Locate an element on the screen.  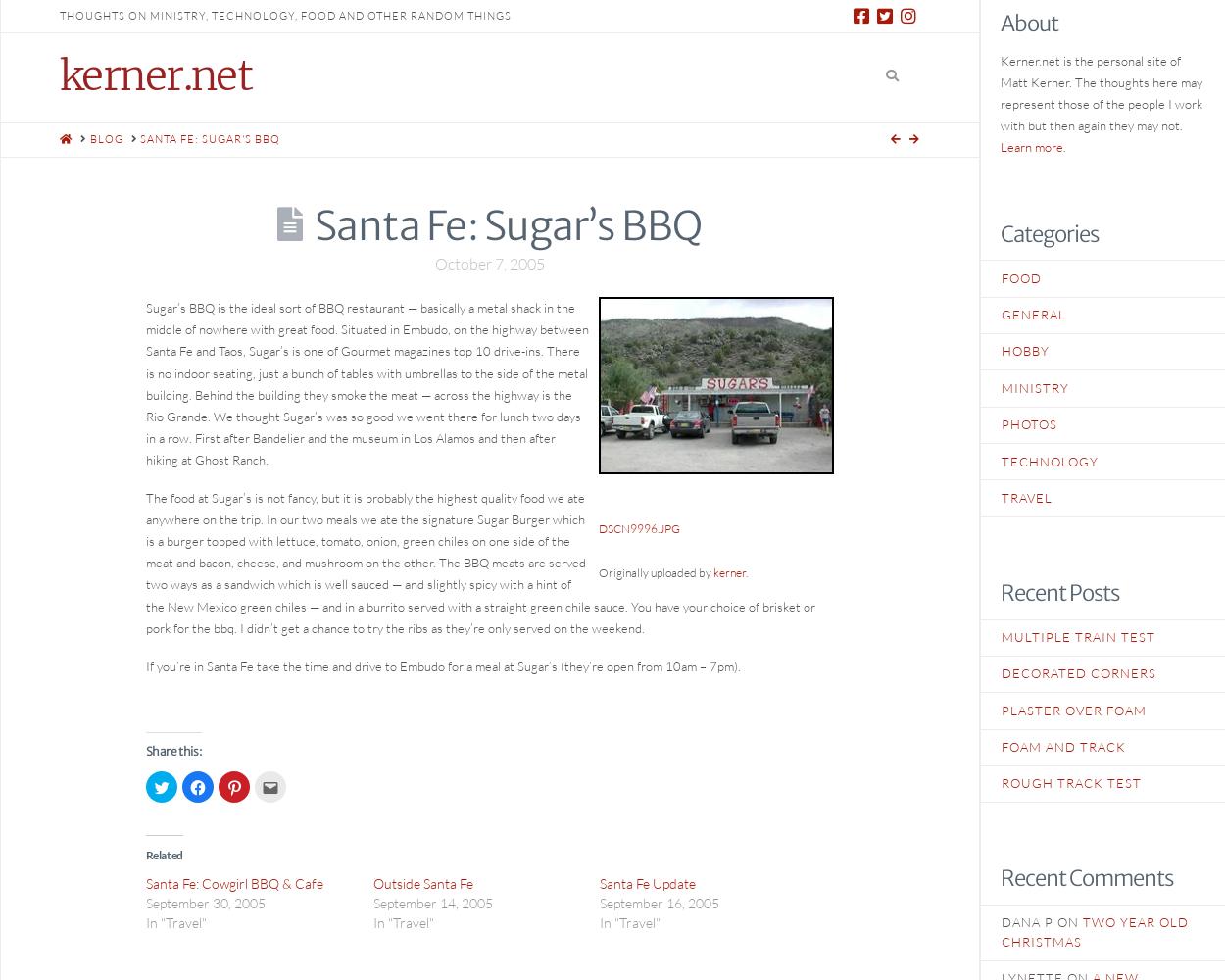
'Hobby' is located at coordinates (1002, 350).